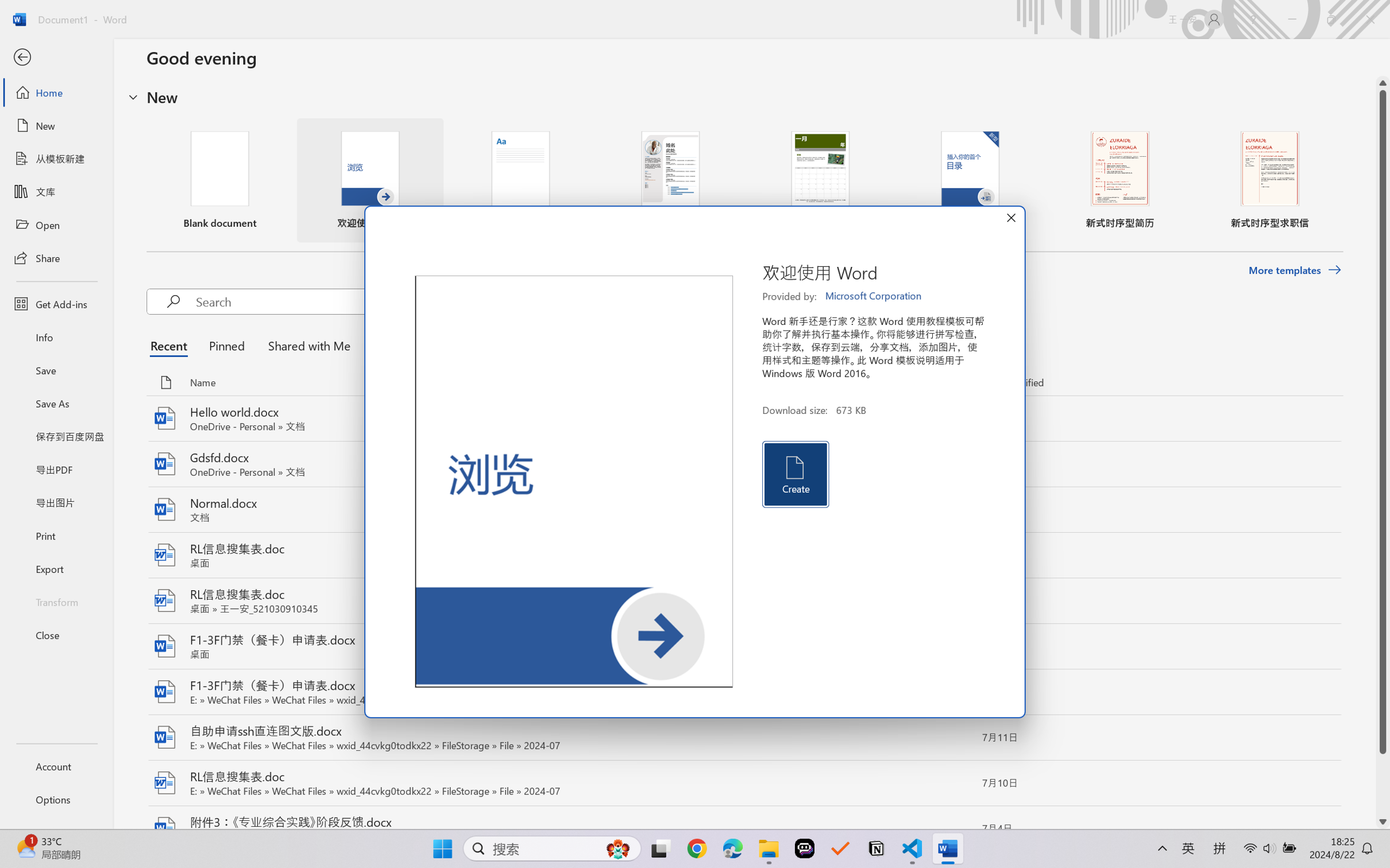  Describe the element at coordinates (306, 345) in the screenshot. I see `'Shared with Me'` at that location.